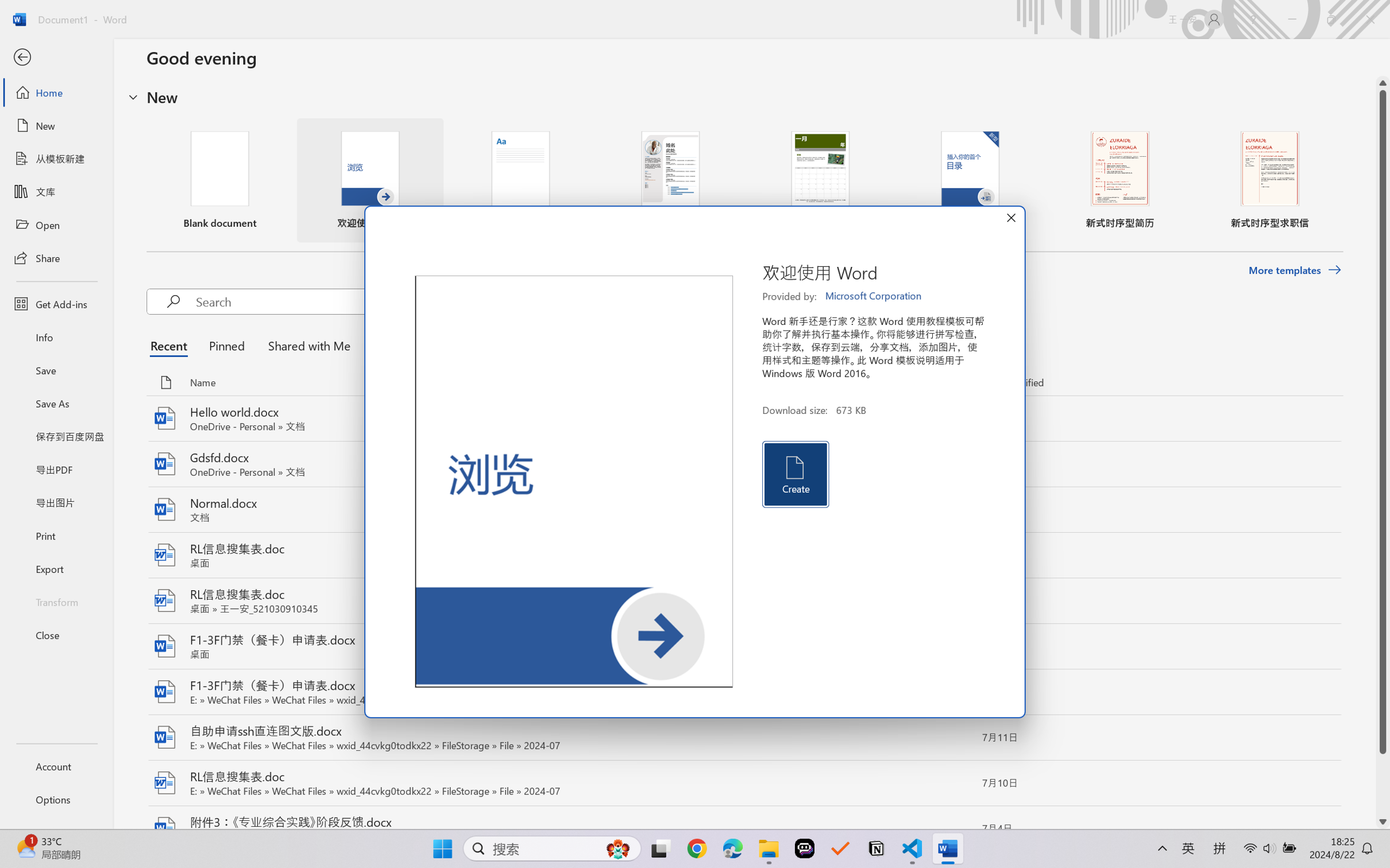  Describe the element at coordinates (306, 345) in the screenshot. I see `'Shared with Me'` at that location.